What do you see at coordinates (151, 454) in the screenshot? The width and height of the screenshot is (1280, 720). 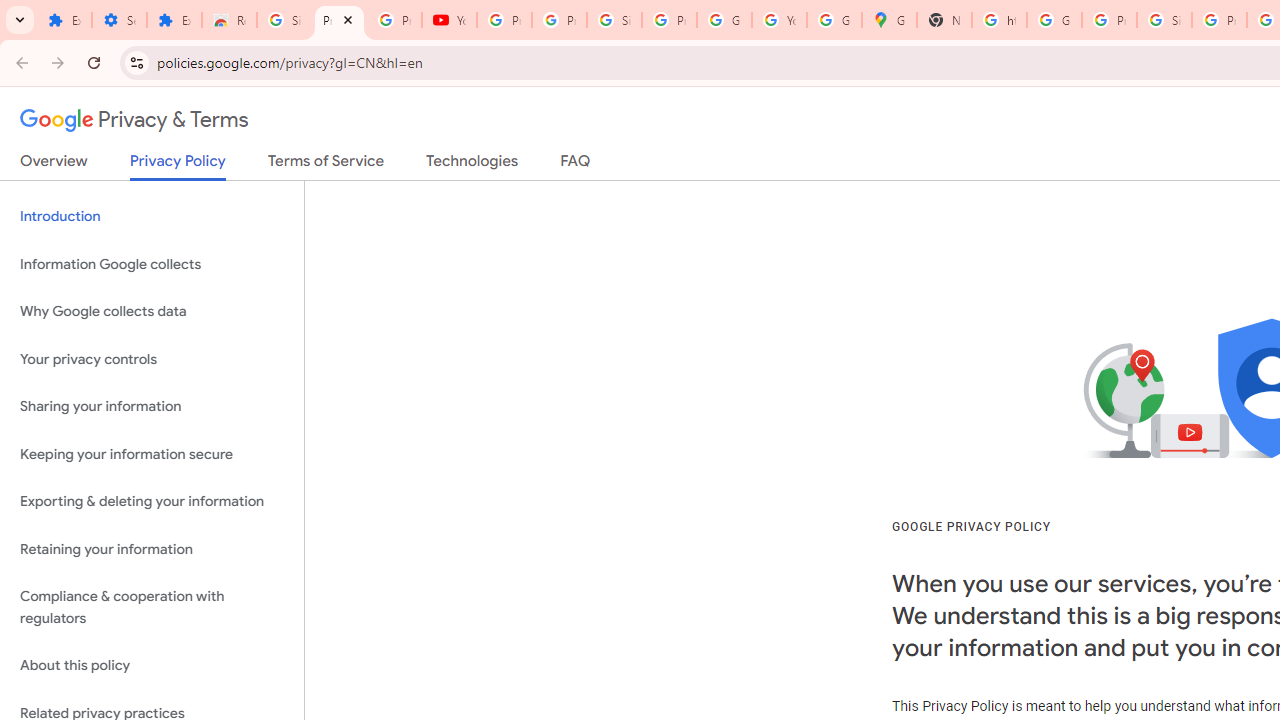 I see `'Keeping your information secure'` at bounding box center [151, 454].